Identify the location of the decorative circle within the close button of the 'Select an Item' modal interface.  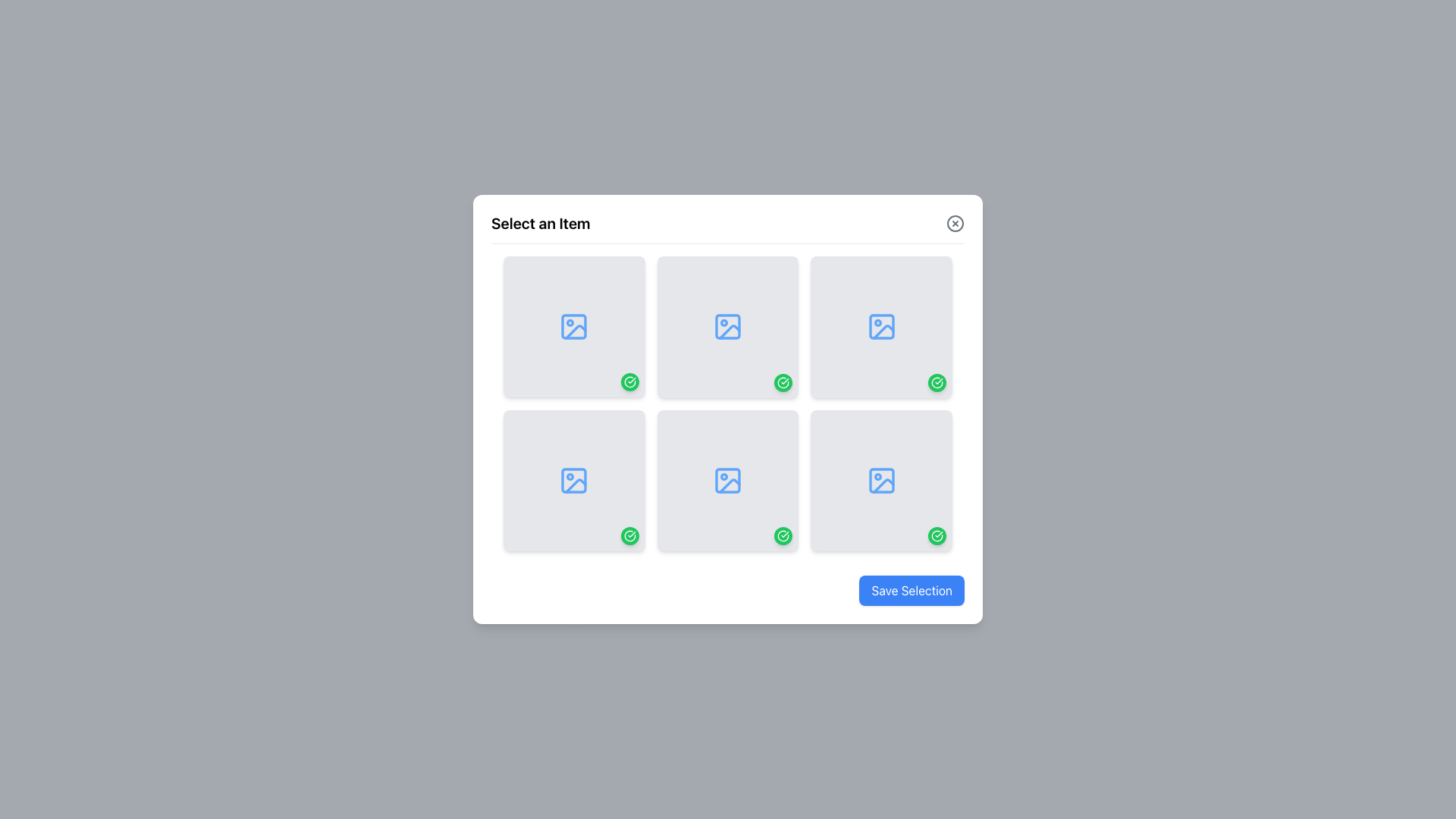
(954, 222).